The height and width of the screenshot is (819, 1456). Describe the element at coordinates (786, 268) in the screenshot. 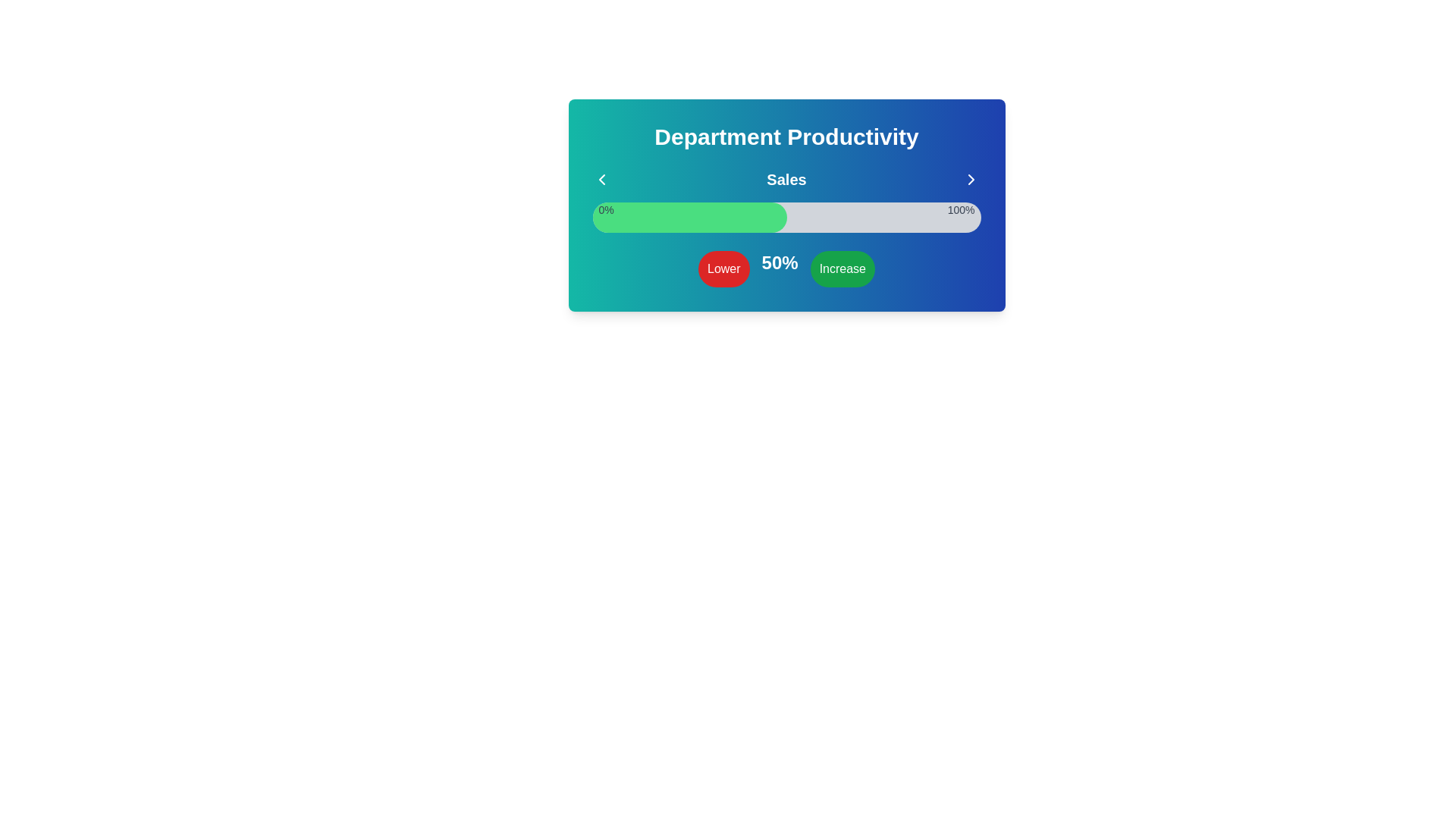

I see `the percentage value within the interactive controls for 'Lower', '50%', and 'Increase' located below the progress bar in the blue gradient box` at that location.